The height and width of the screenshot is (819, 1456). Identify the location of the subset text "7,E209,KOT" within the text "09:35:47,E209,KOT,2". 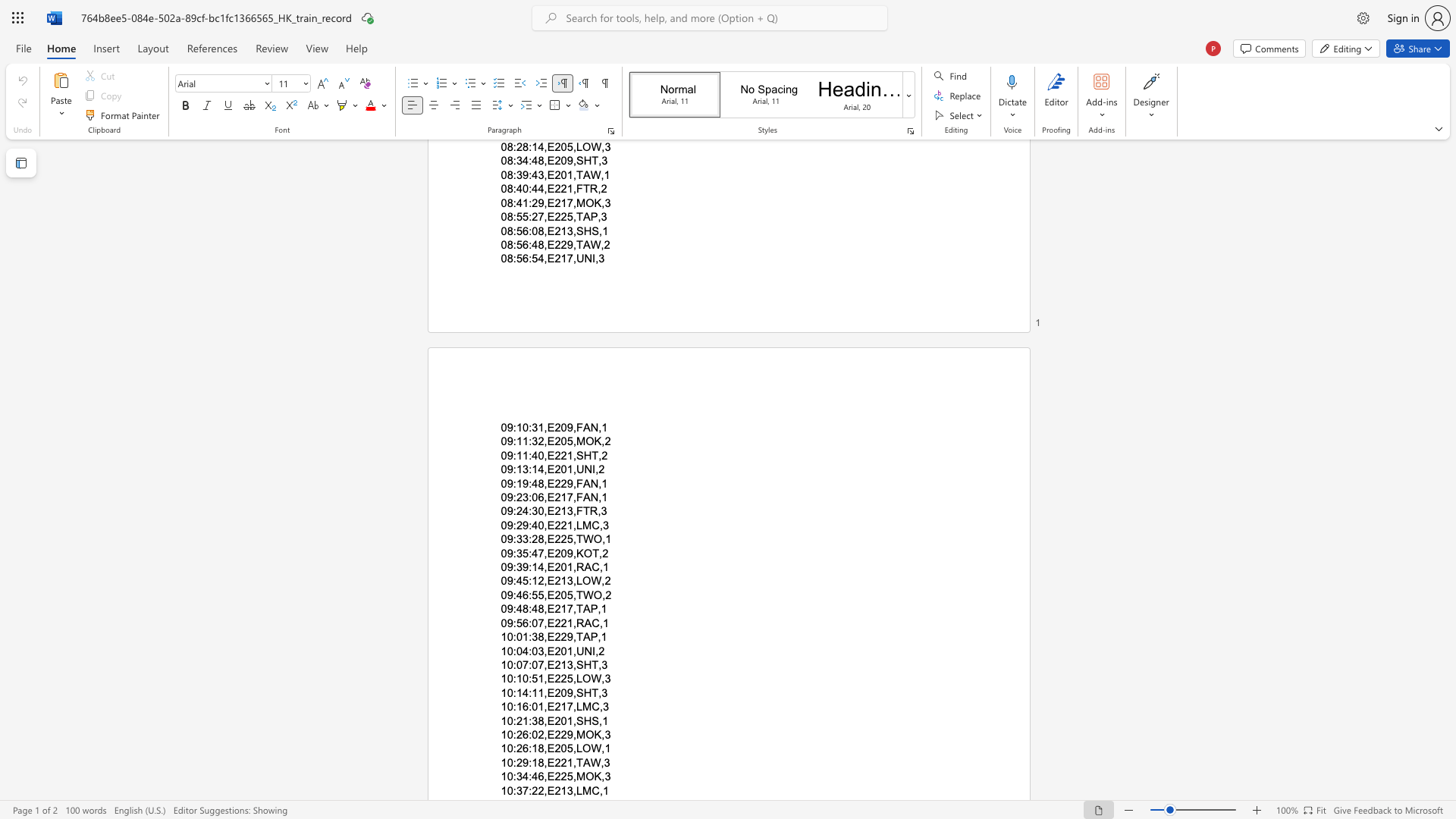
(538, 553).